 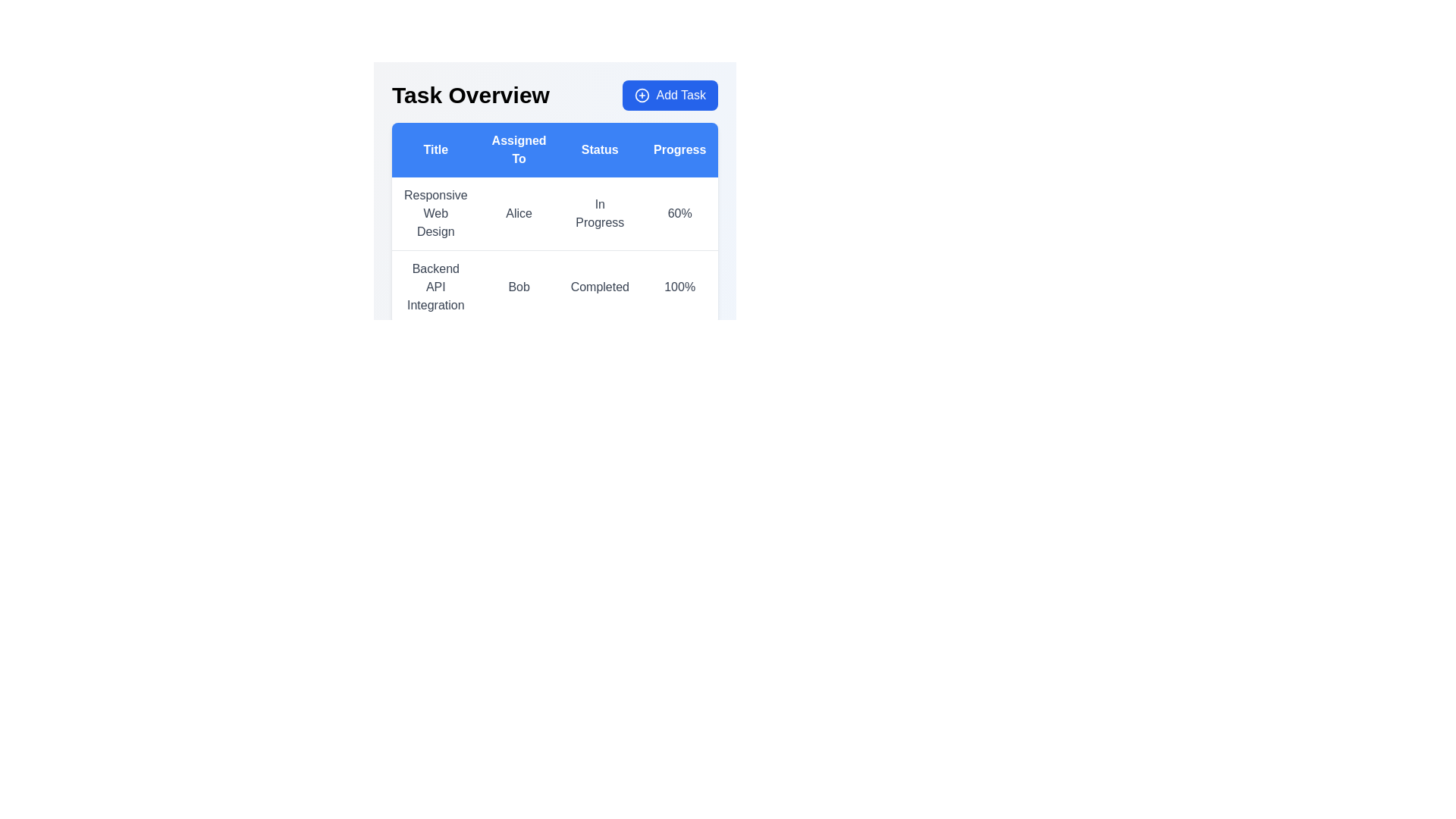 I want to click on the static text label displaying 'In Progress' located in the 'Status' column of the table, so click(x=599, y=214).